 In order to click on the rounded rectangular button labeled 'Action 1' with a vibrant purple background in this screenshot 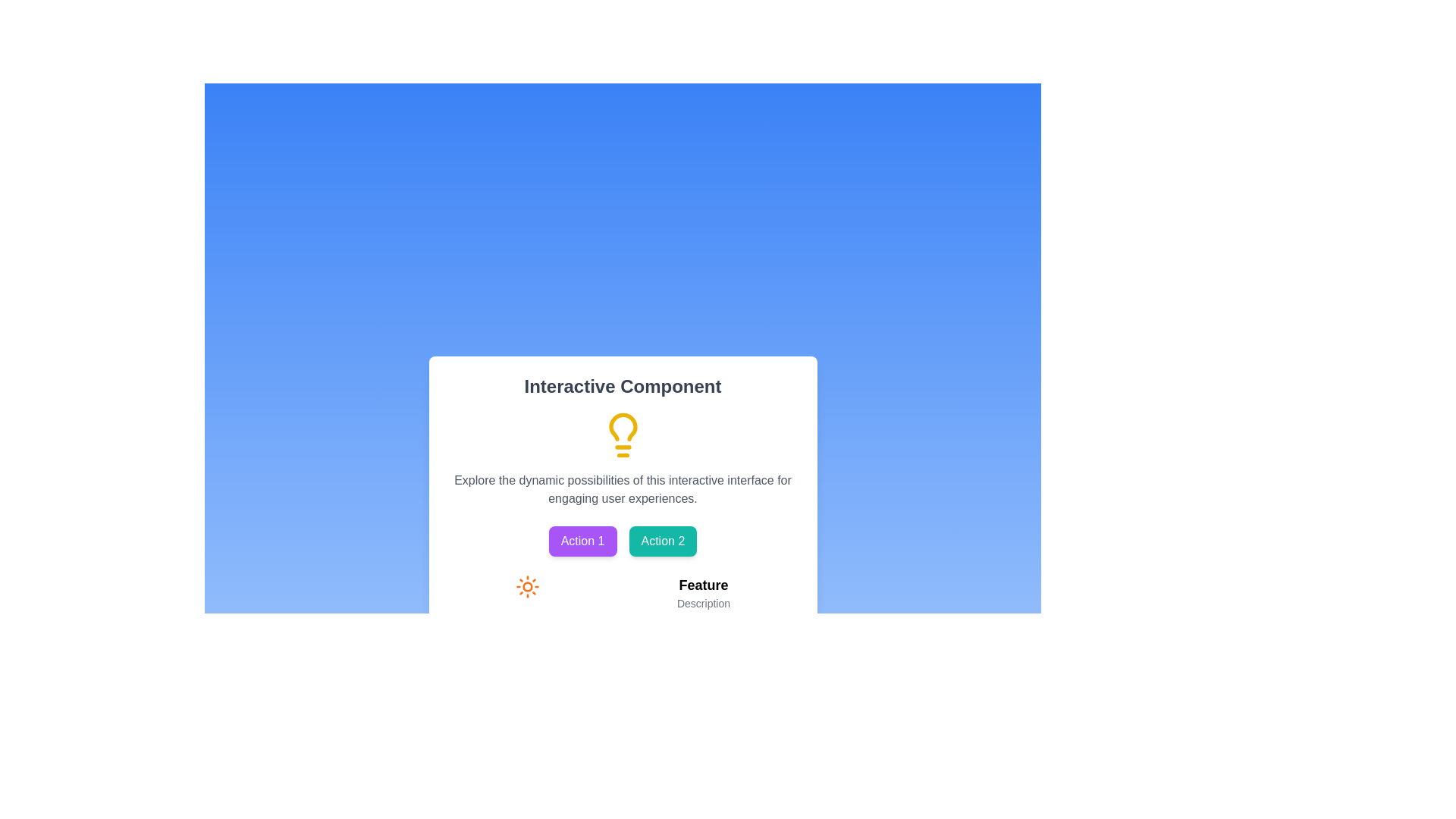, I will do `click(582, 540)`.